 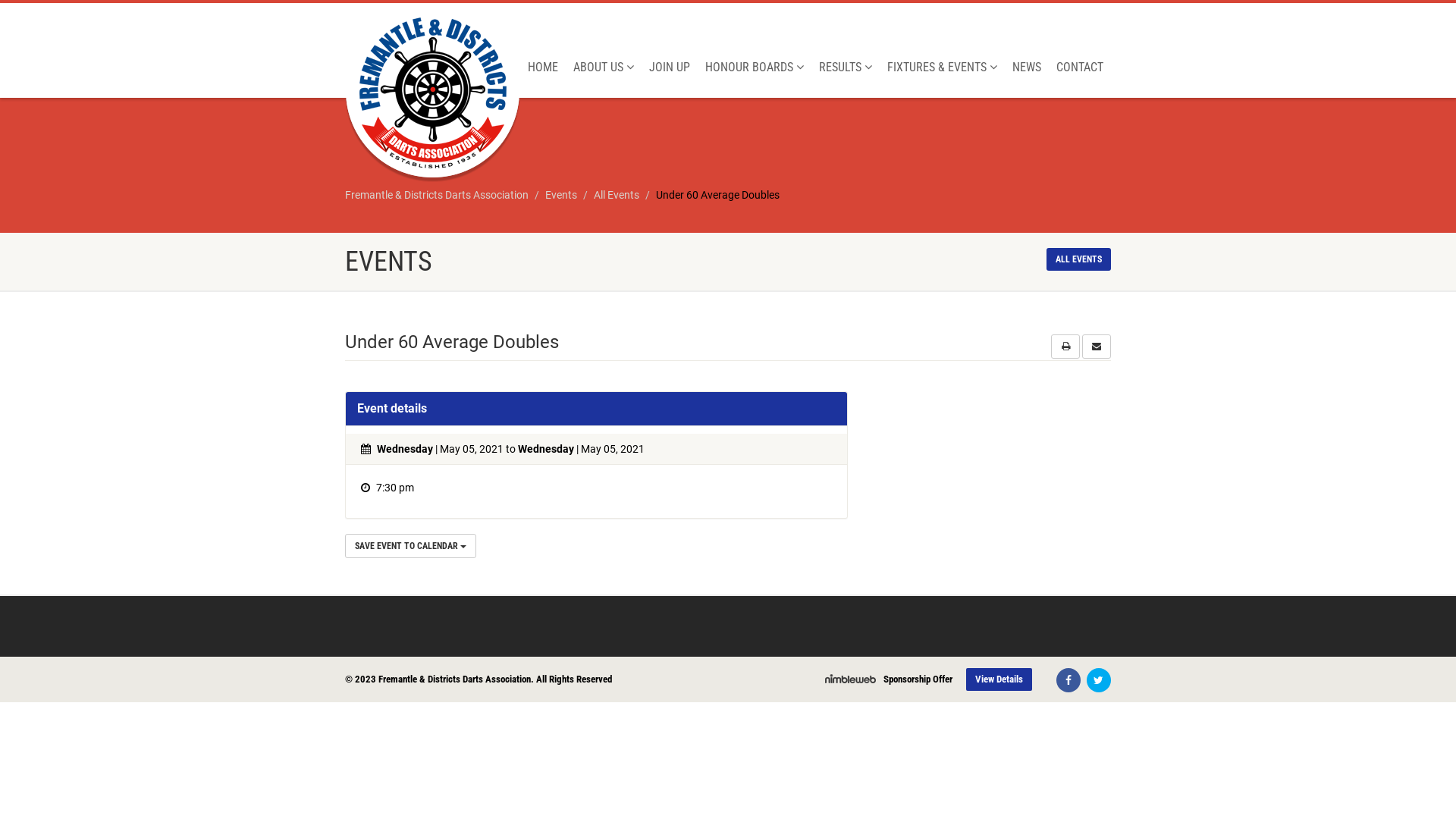 What do you see at coordinates (410, 546) in the screenshot?
I see `'SAVE EVENT TO CALENDAR'` at bounding box center [410, 546].